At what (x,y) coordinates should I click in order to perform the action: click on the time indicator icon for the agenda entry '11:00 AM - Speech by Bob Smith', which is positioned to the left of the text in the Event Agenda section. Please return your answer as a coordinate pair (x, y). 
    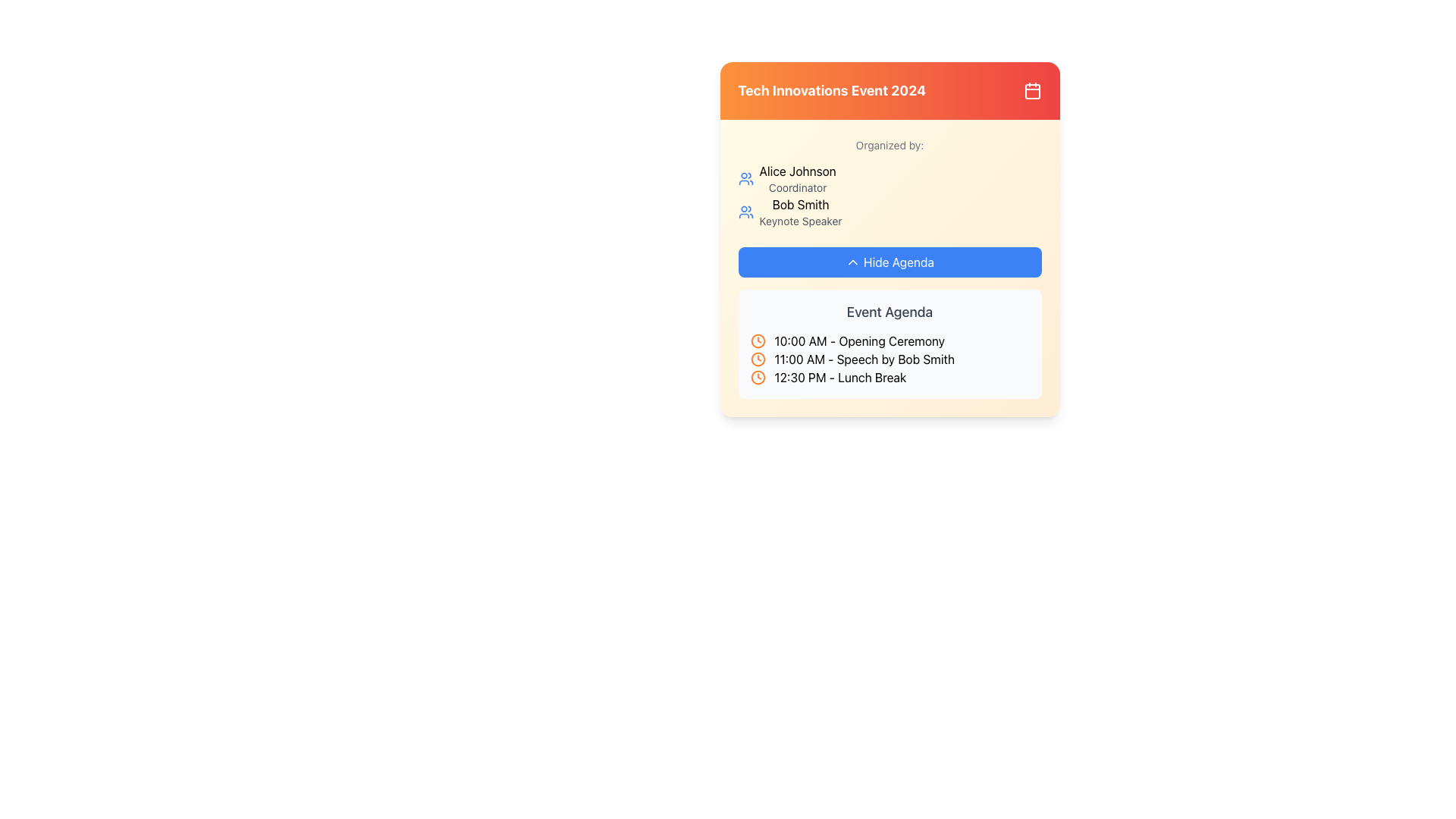
    Looking at the image, I should click on (758, 359).